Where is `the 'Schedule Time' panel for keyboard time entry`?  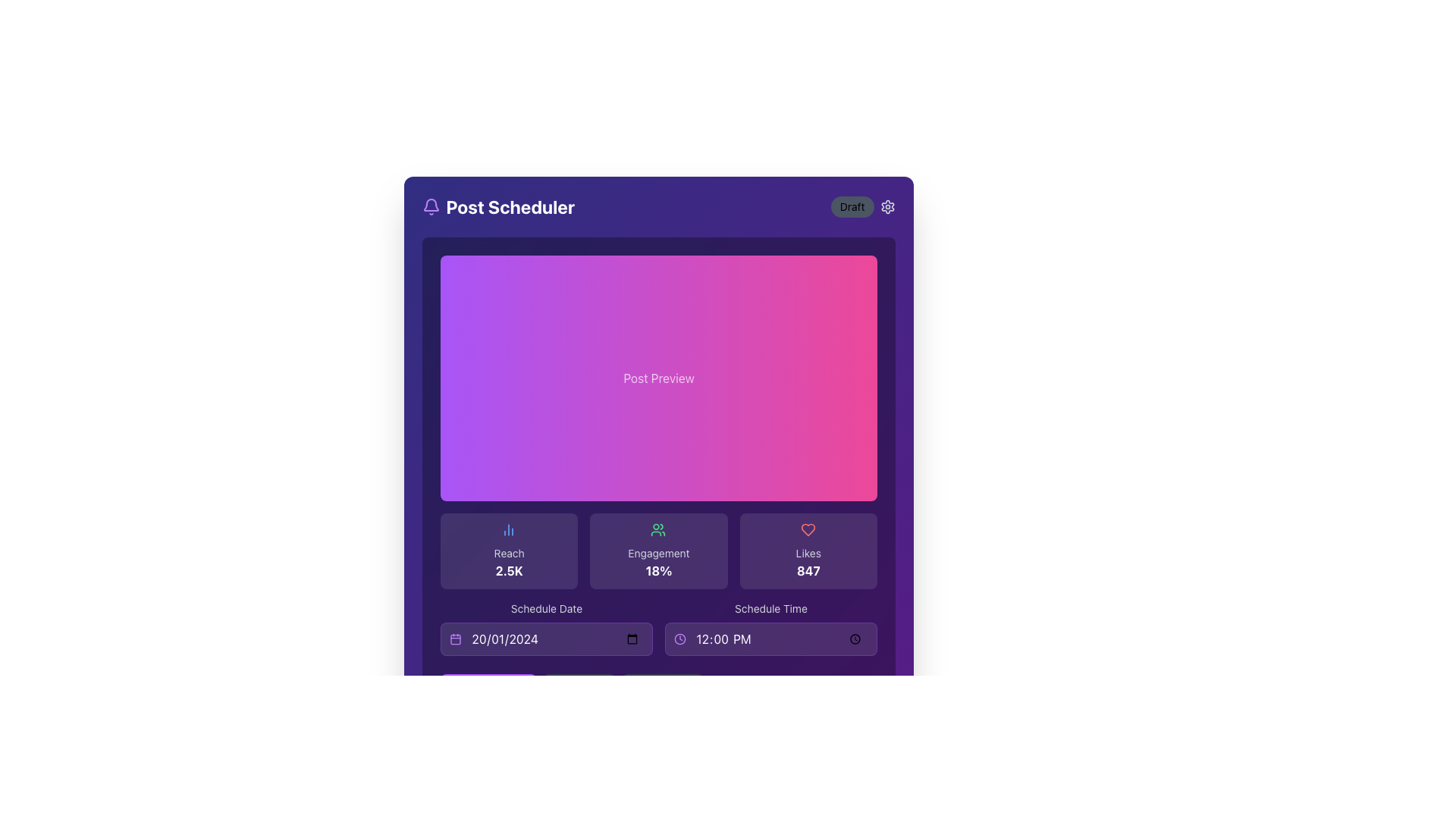
the 'Schedule Time' panel for keyboard time entry is located at coordinates (770, 629).